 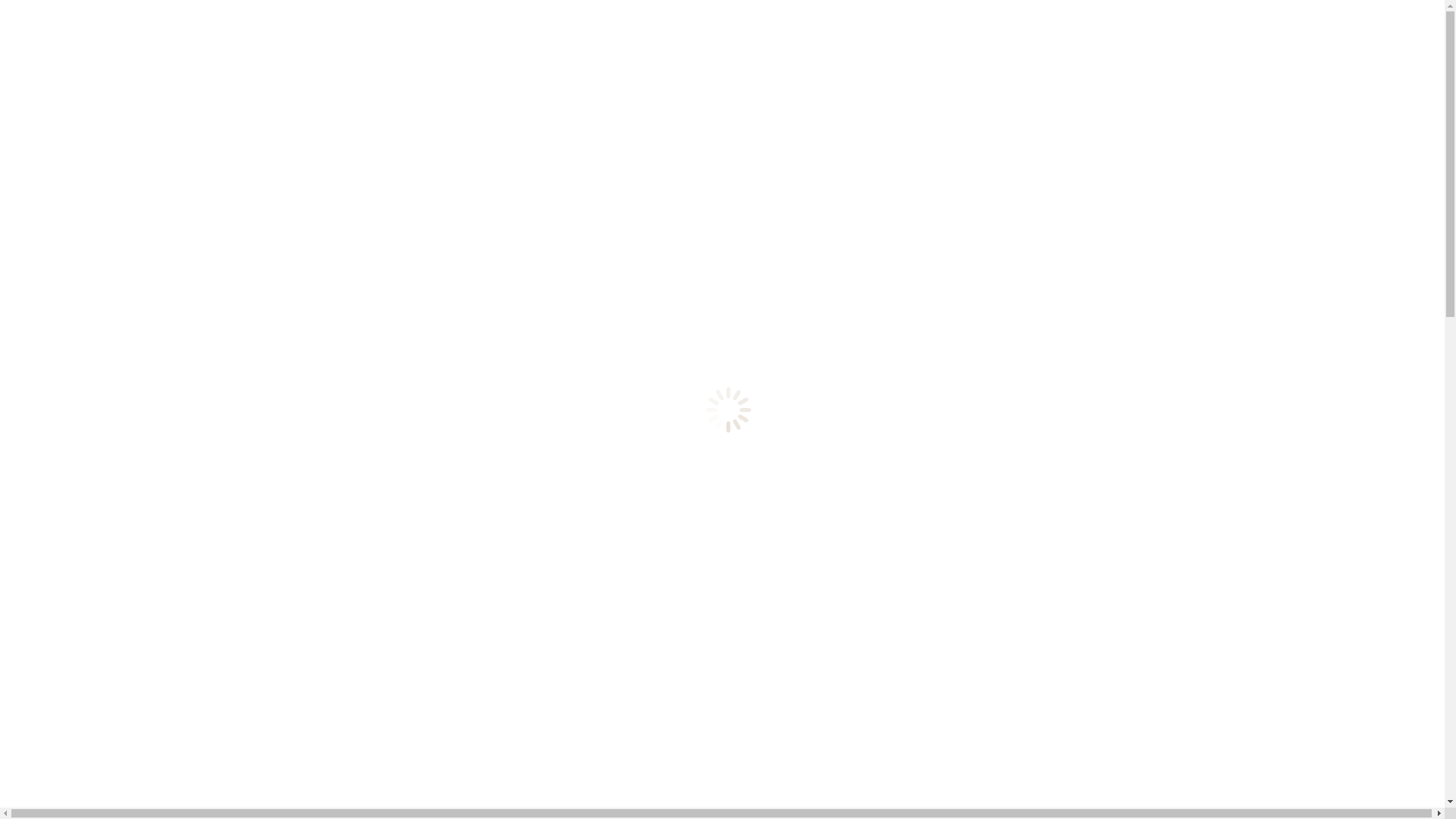 I want to click on 'Skip to content', so click(x=5, y=5).